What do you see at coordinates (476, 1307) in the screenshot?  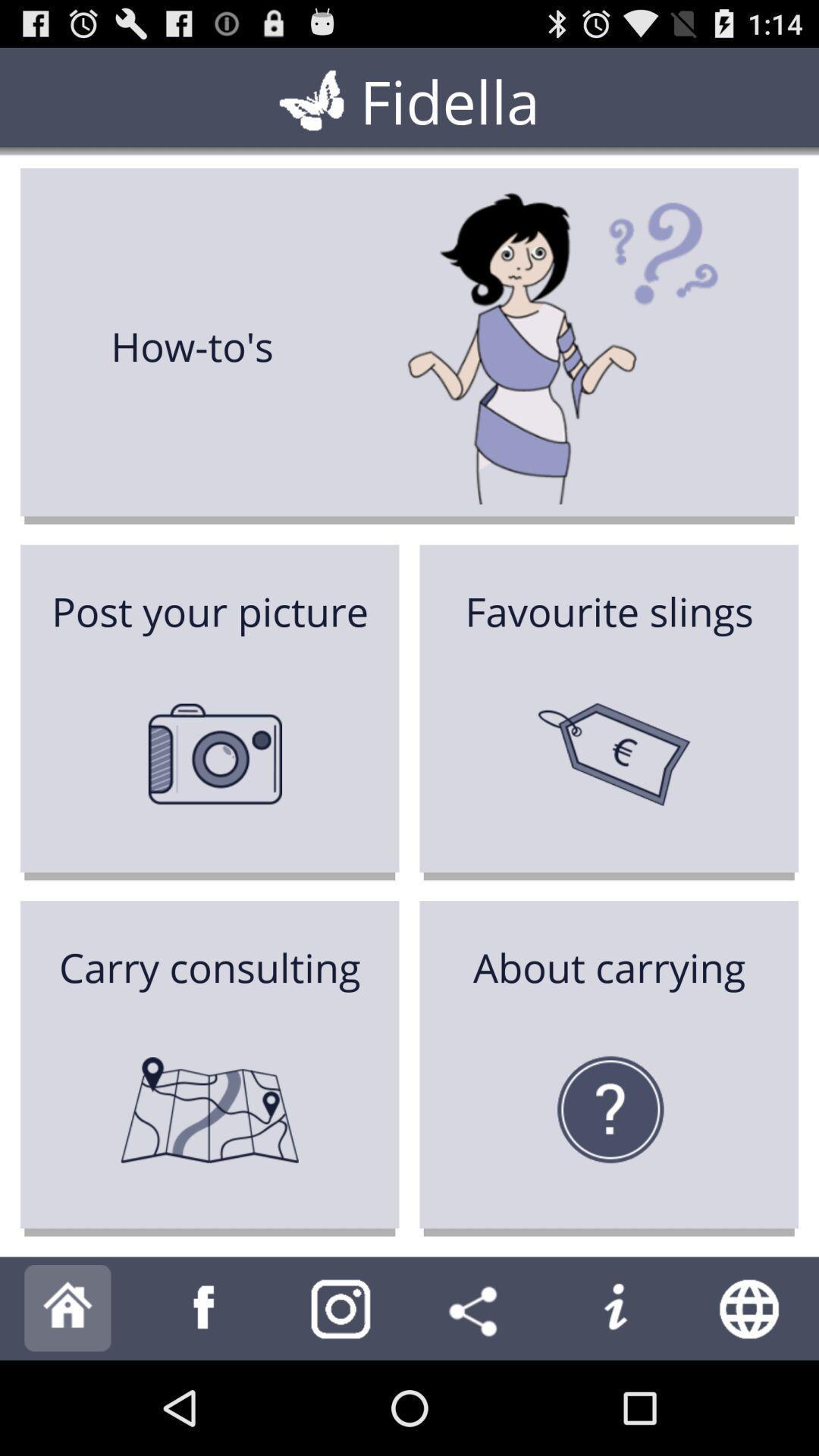 I see `share` at bounding box center [476, 1307].